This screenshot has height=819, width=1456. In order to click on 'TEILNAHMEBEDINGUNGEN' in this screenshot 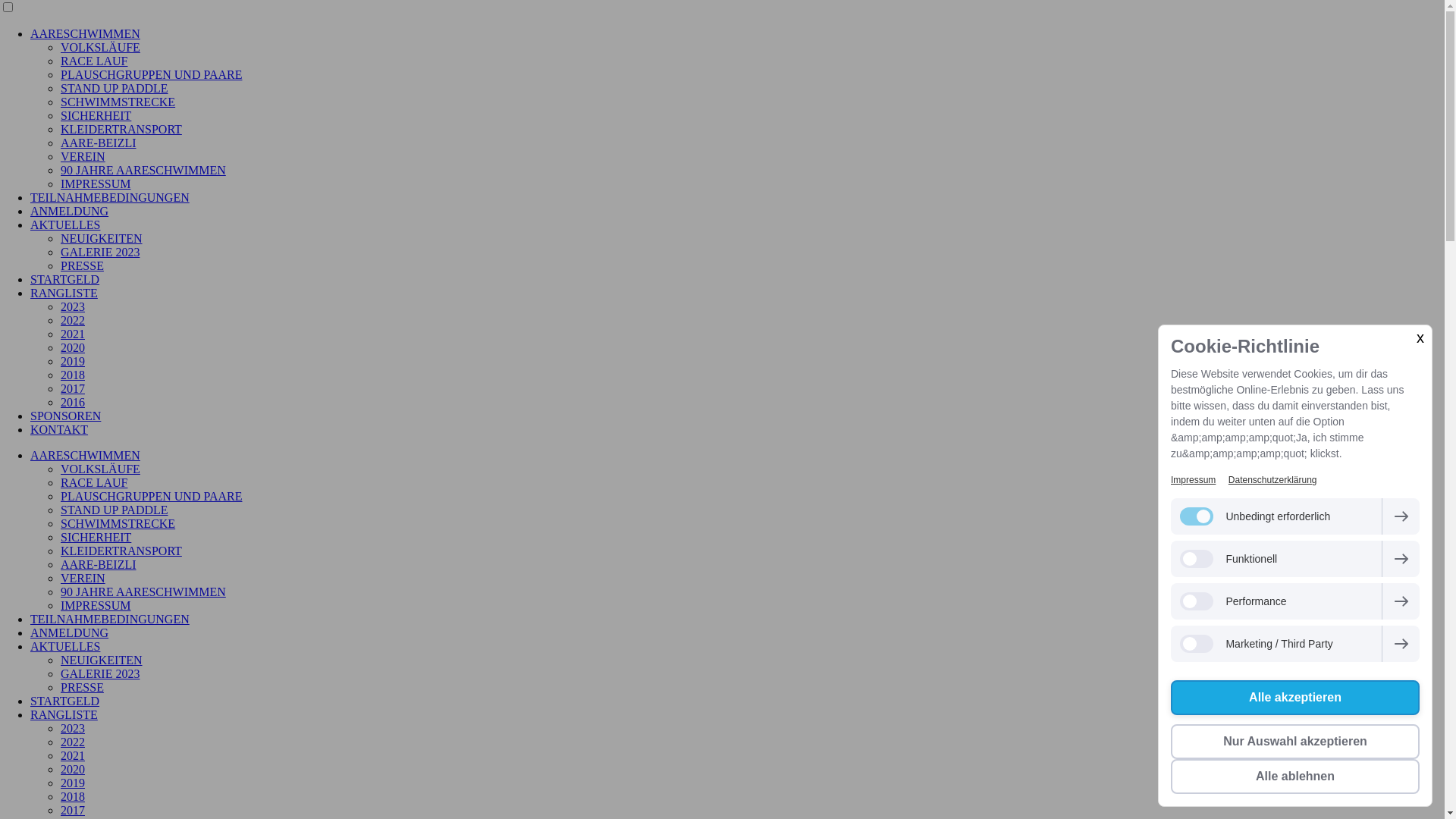, I will do `click(30, 619)`.